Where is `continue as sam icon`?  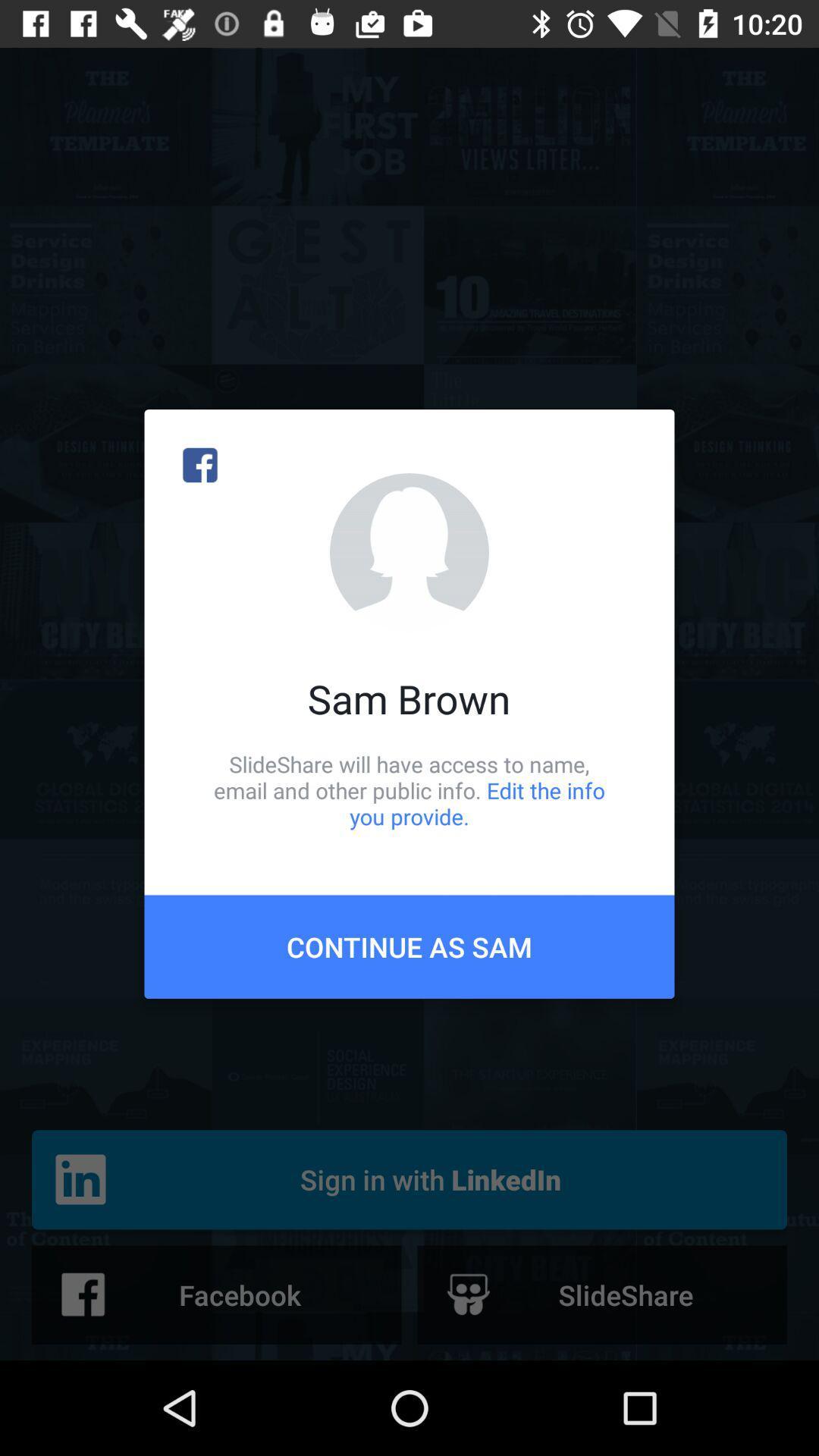 continue as sam icon is located at coordinates (409, 946).